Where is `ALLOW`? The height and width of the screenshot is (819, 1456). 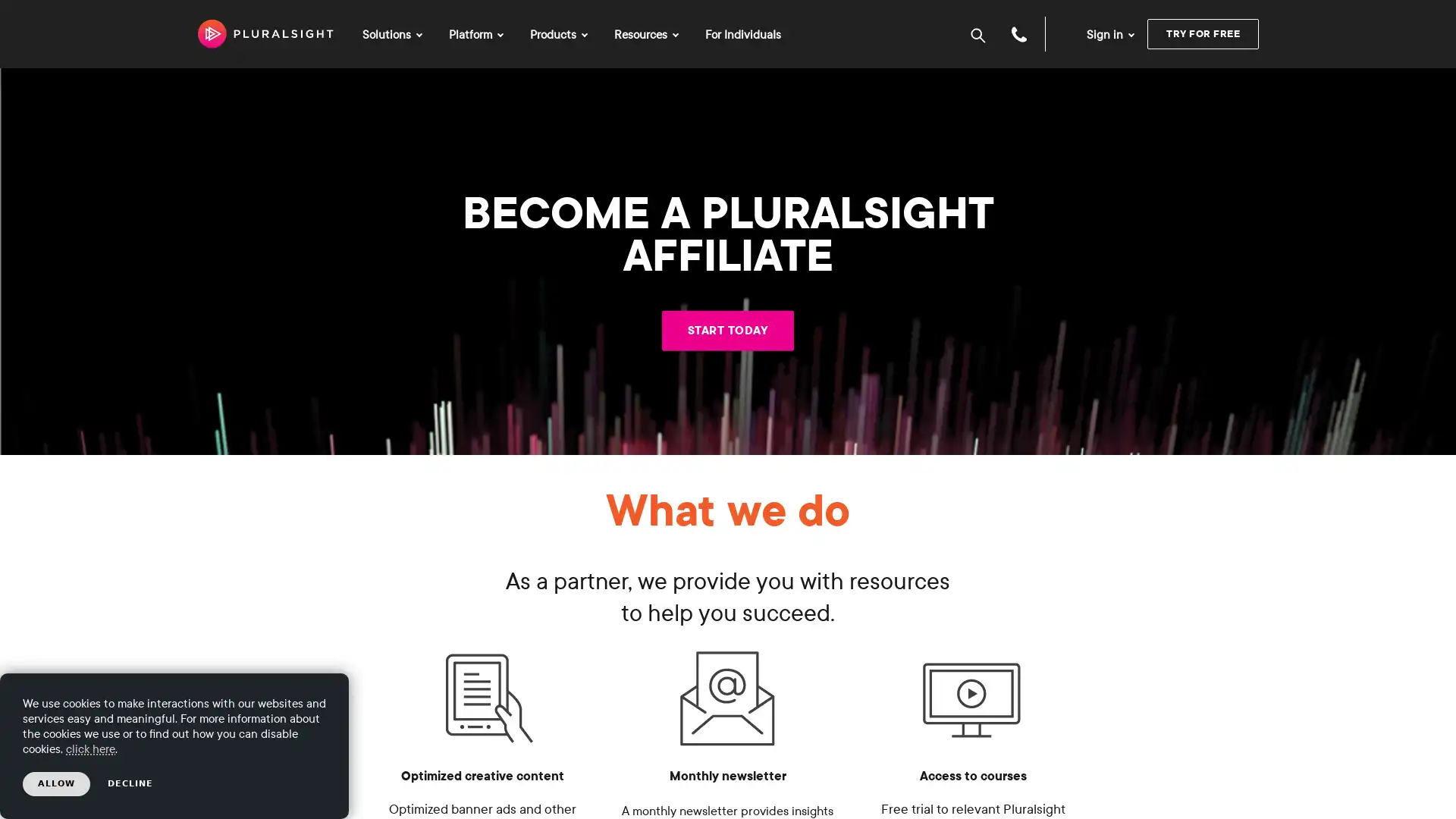
ALLOW is located at coordinates (56, 783).